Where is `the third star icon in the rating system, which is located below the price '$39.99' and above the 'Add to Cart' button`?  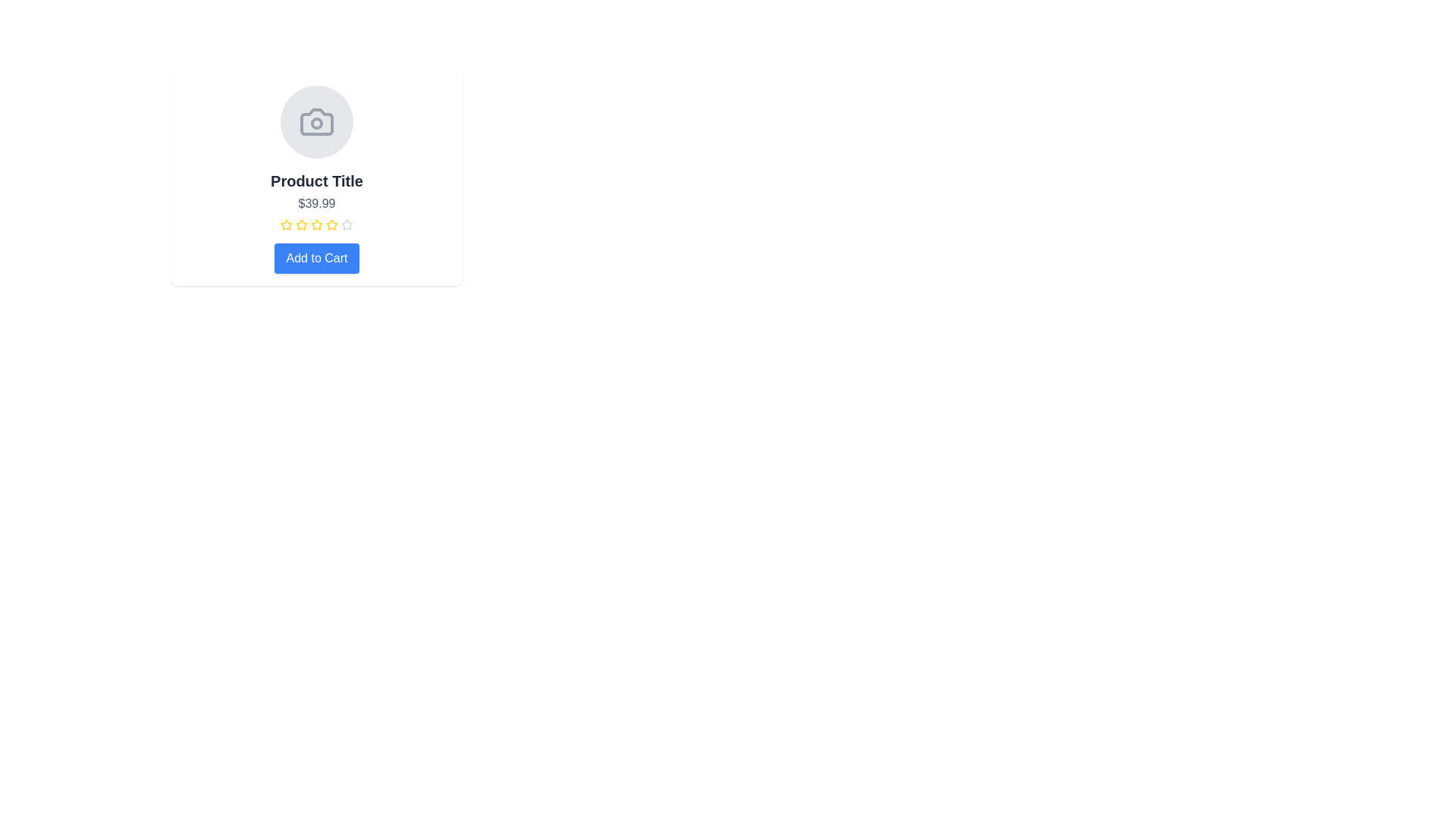
the third star icon in the rating system, which is located below the price '$39.99' and above the 'Add to Cart' button is located at coordinates (315, 225).